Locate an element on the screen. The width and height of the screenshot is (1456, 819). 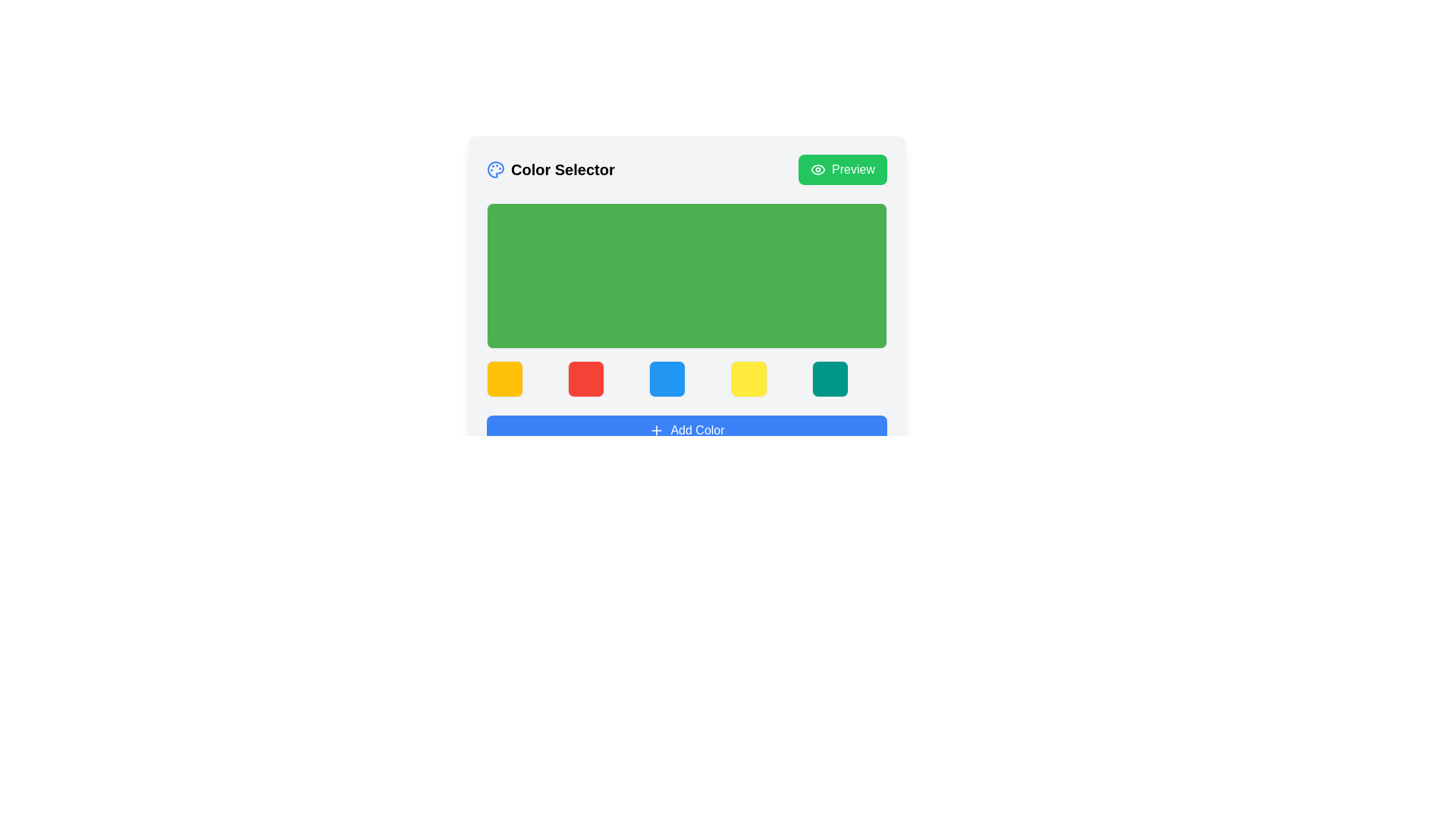
the outermost elliptical shape resembling an eye outline in the top-right corner of the interface is located at coordinates (817, 169).